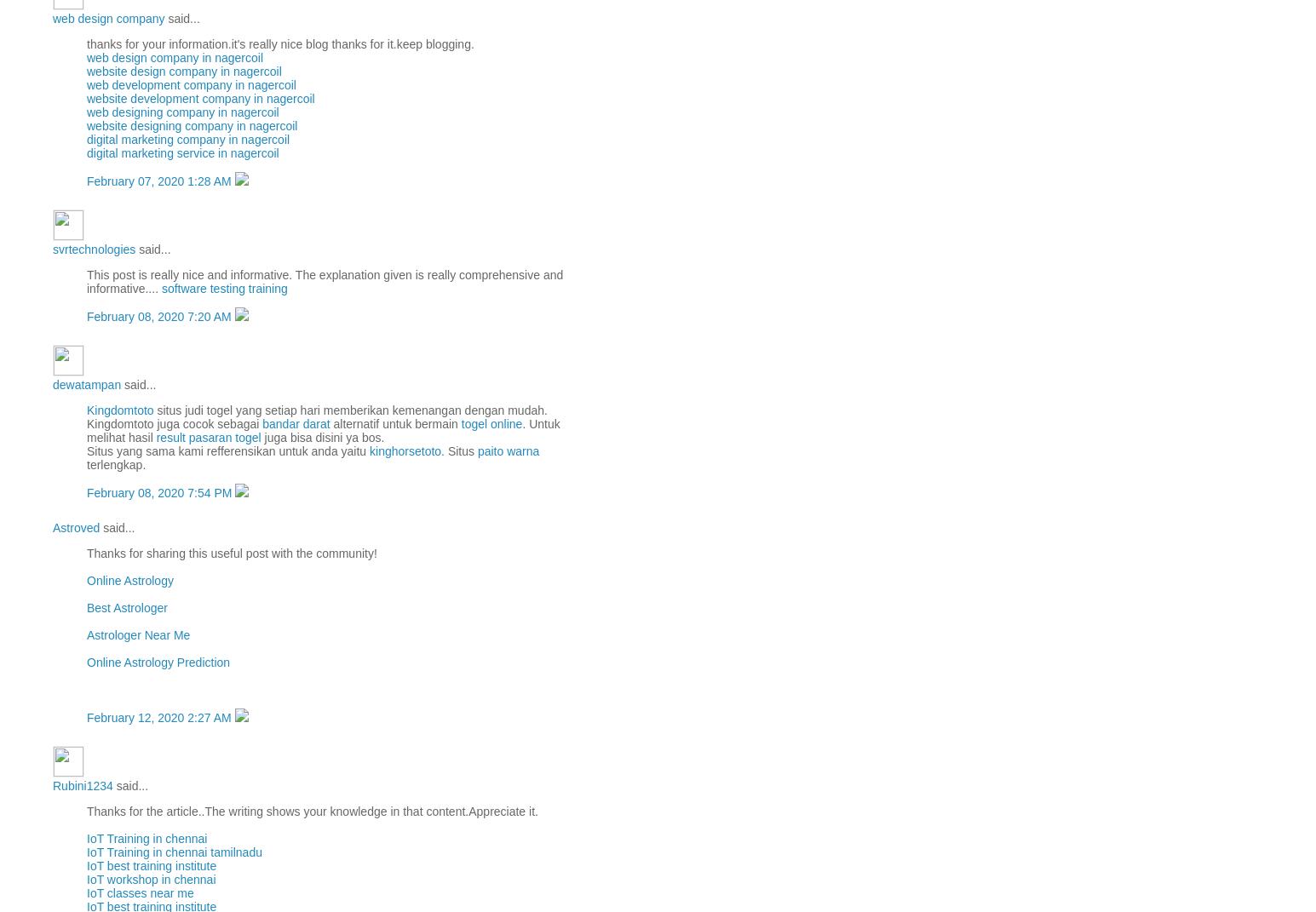 The image size is (1316, 912). What do you see at coordinates (175, 57) in the screenshot?
I see `'web design company in nagercoil'` at bounding box center [175, 57].